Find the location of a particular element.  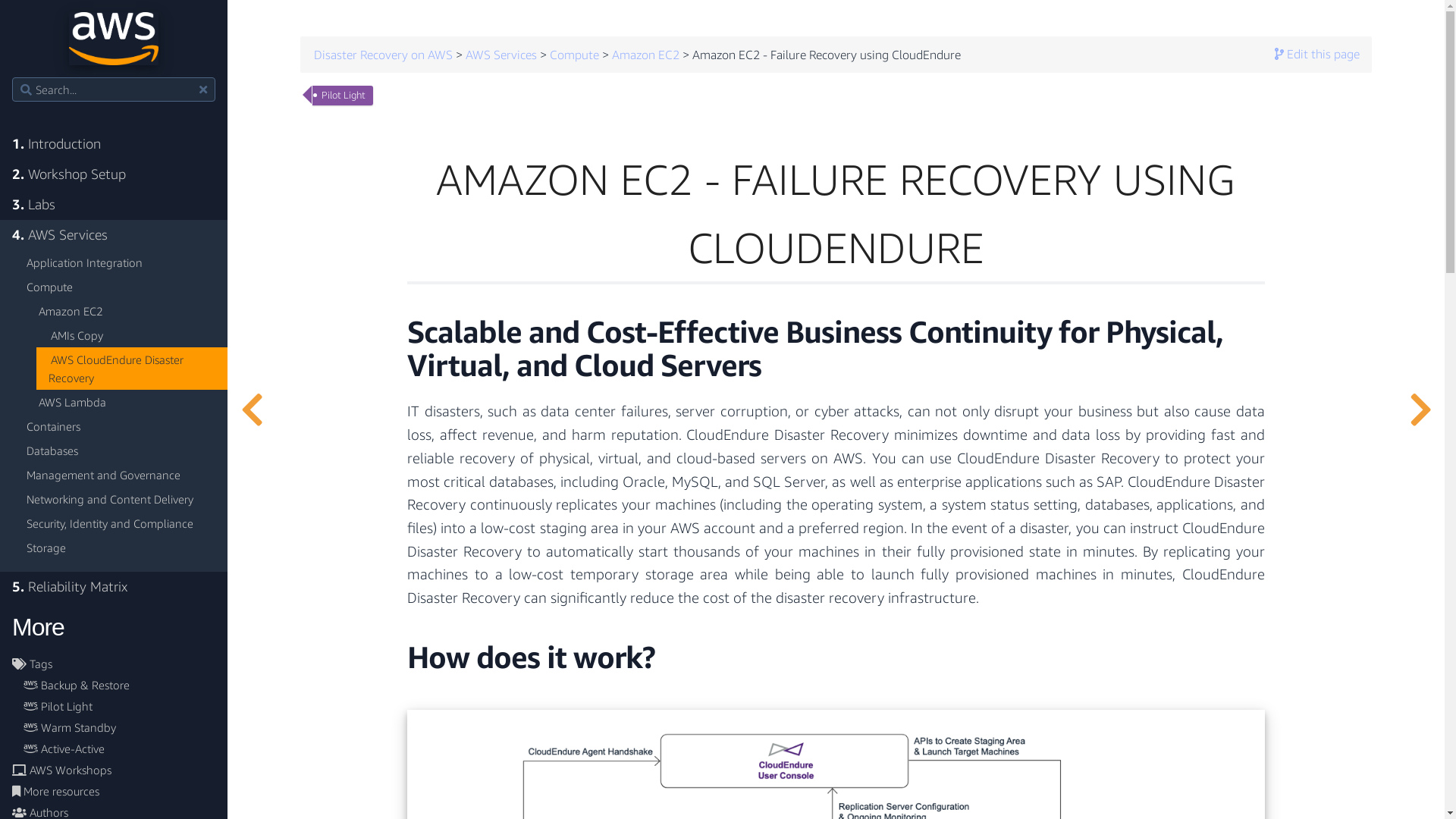

'More resources' is located at coordinates (112, 789).